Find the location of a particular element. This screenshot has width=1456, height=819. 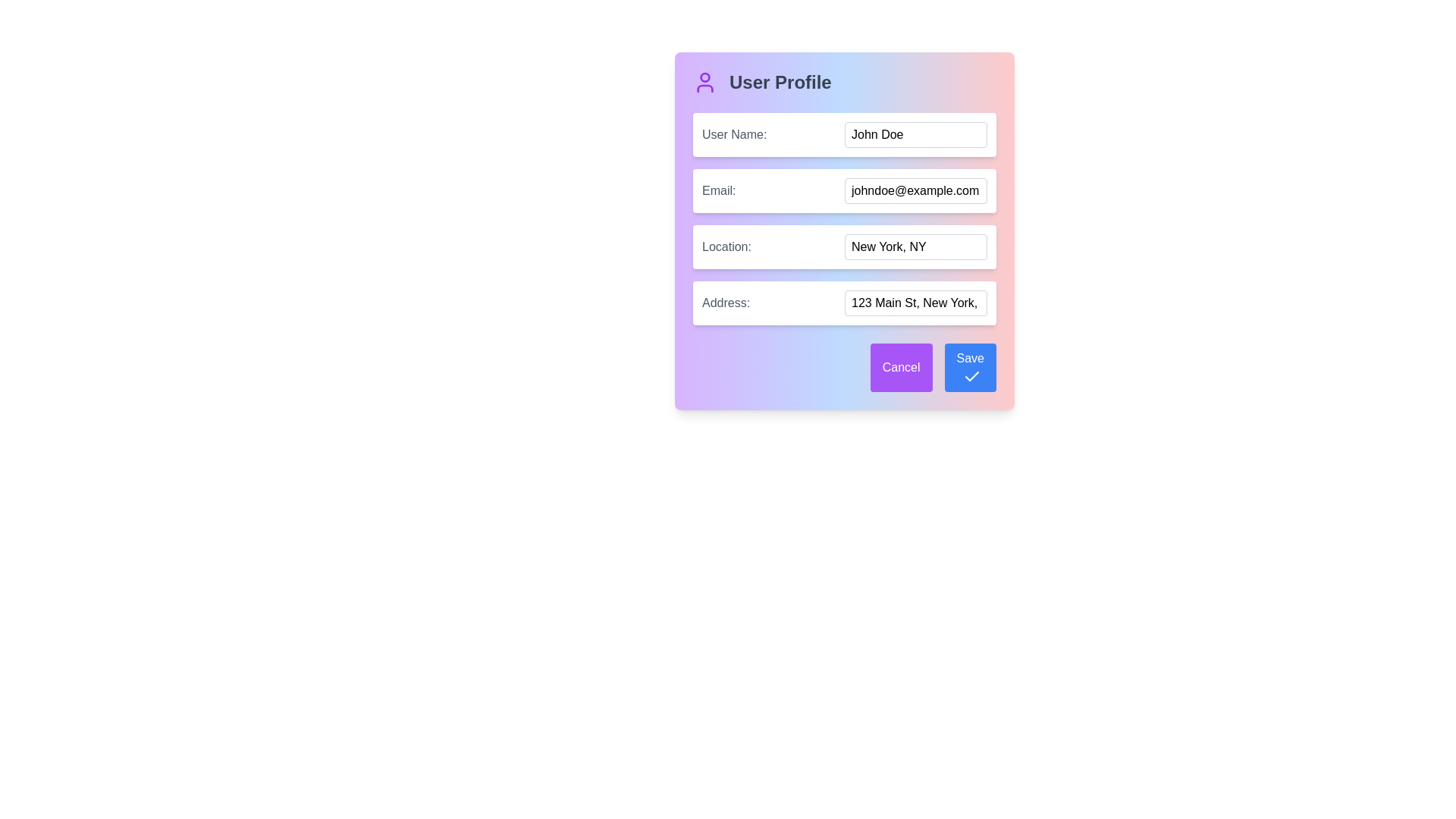

the check mark icon styled with a clean, minimalistic feather design, located to the right of the 'Save' text on the blue save button in the bottom-right corner of the modal dialog box is located at coordinates (971, 376).